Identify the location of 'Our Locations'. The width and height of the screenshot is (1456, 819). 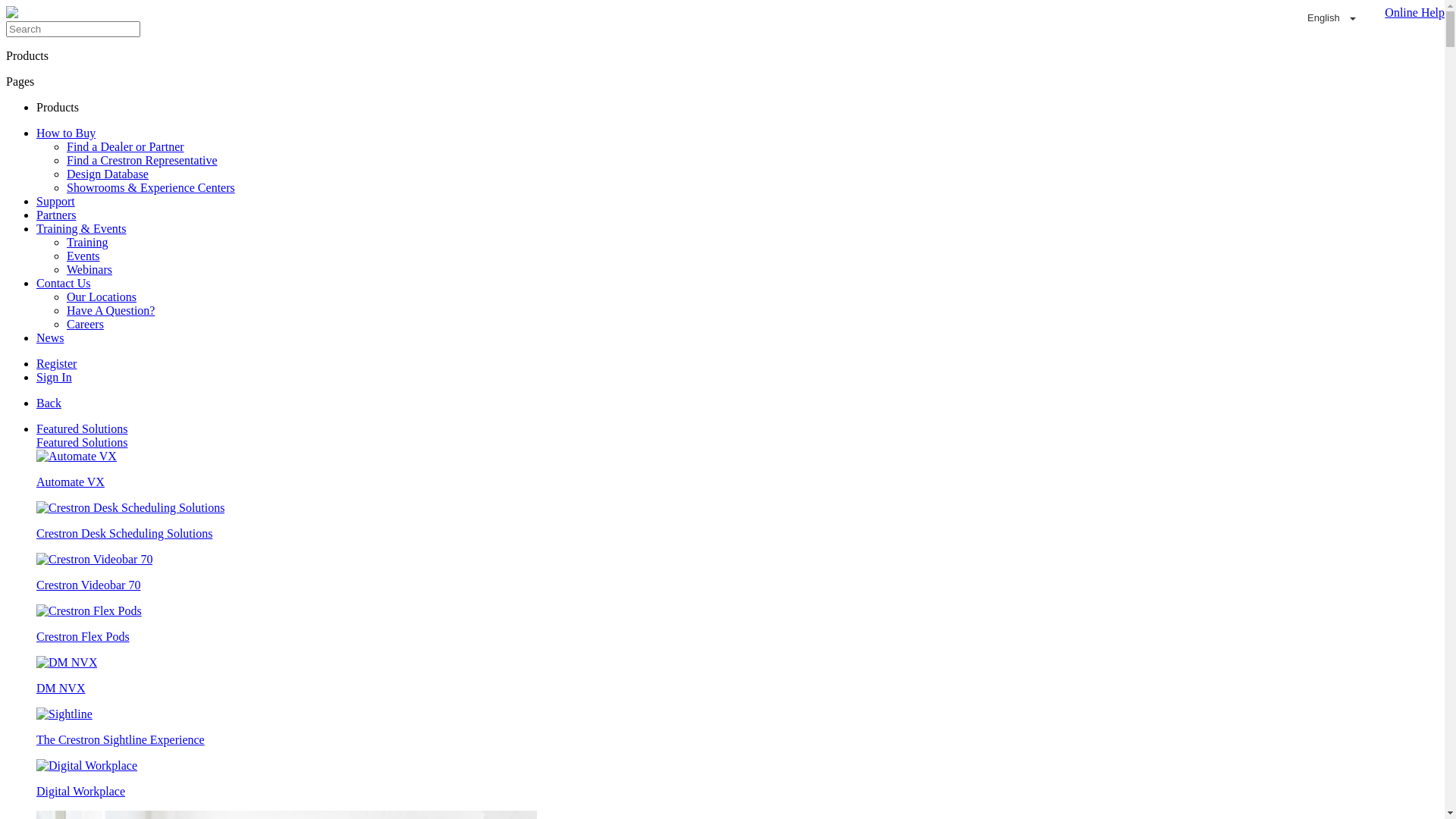
(101, 297).